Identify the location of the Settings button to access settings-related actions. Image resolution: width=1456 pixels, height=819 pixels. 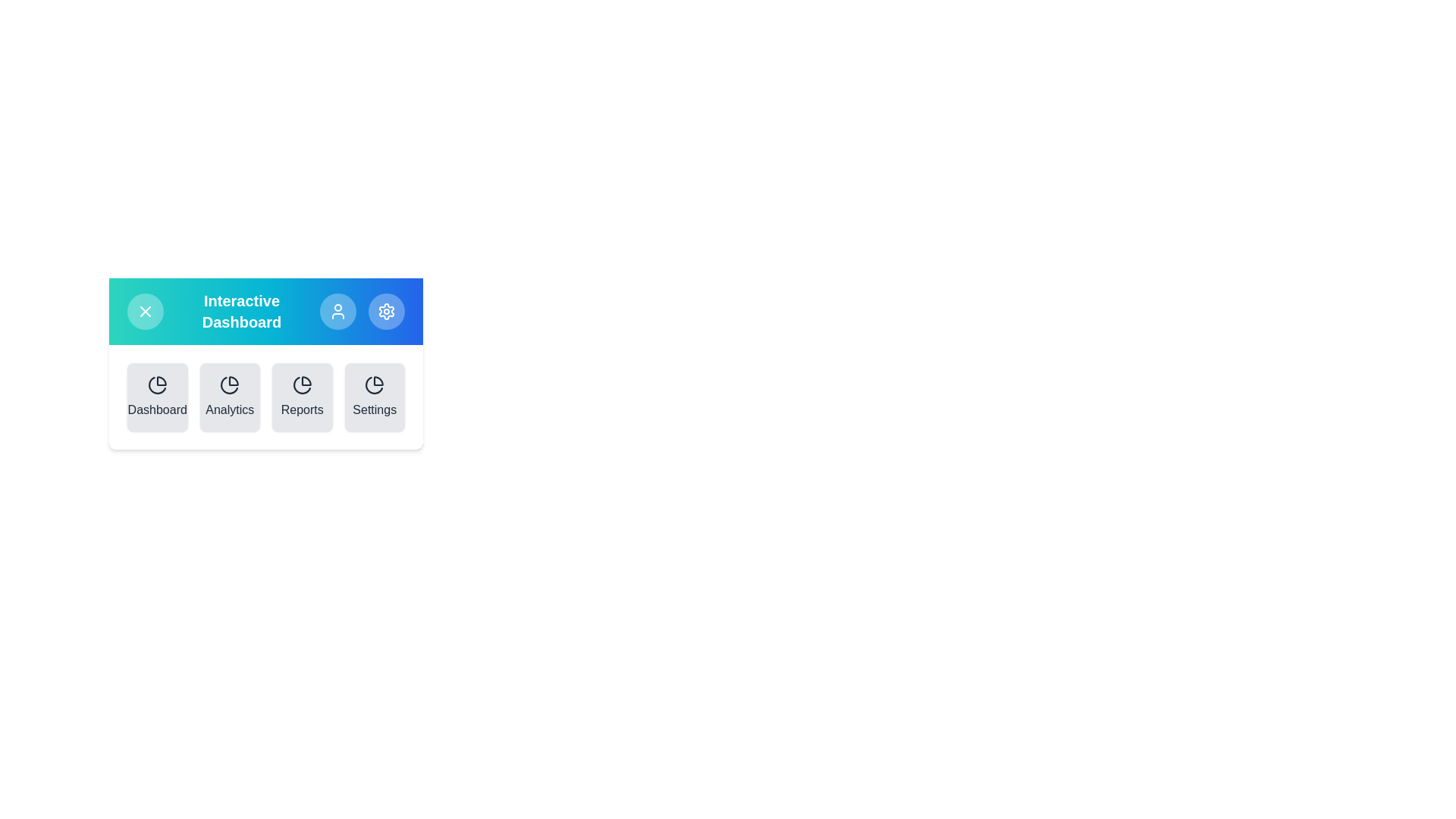
(386, 311).